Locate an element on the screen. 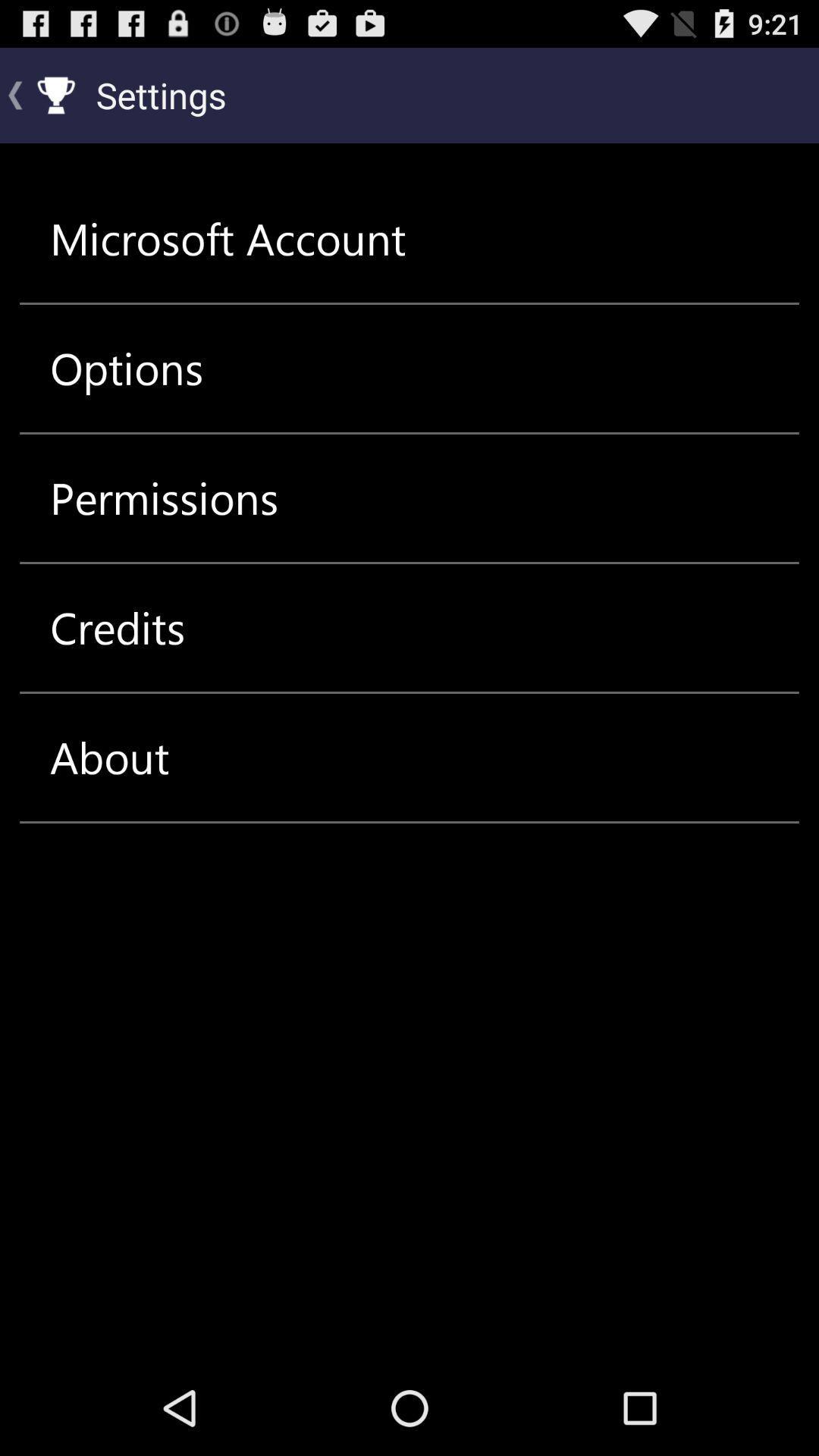 The image size is (819, 1456). about is located at coordinates (108, 757).